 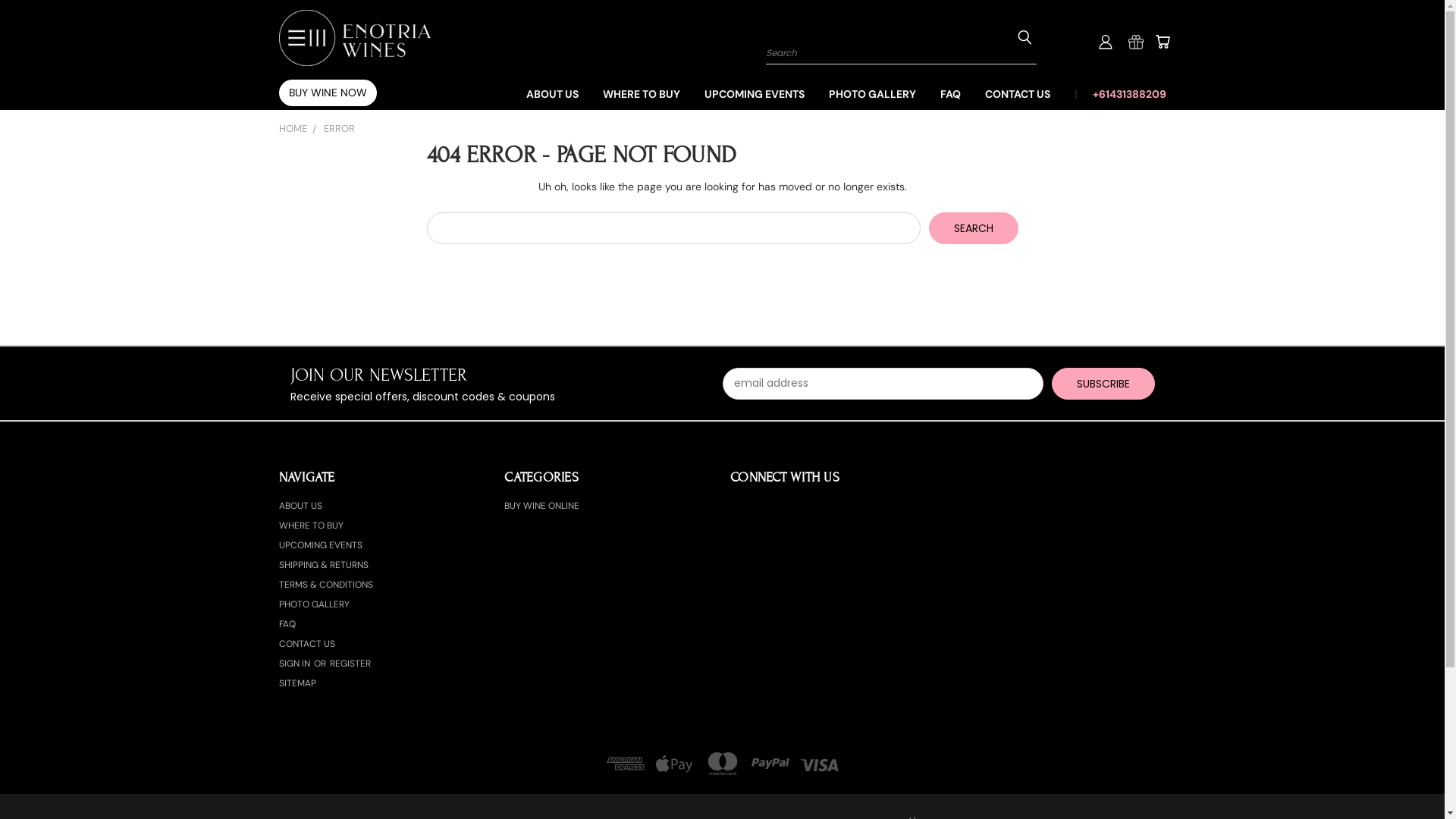 What do you see at coordinates (551, 93) in the screenshot?
I see `'ABOUT US'` at bounding box center [551, 93].